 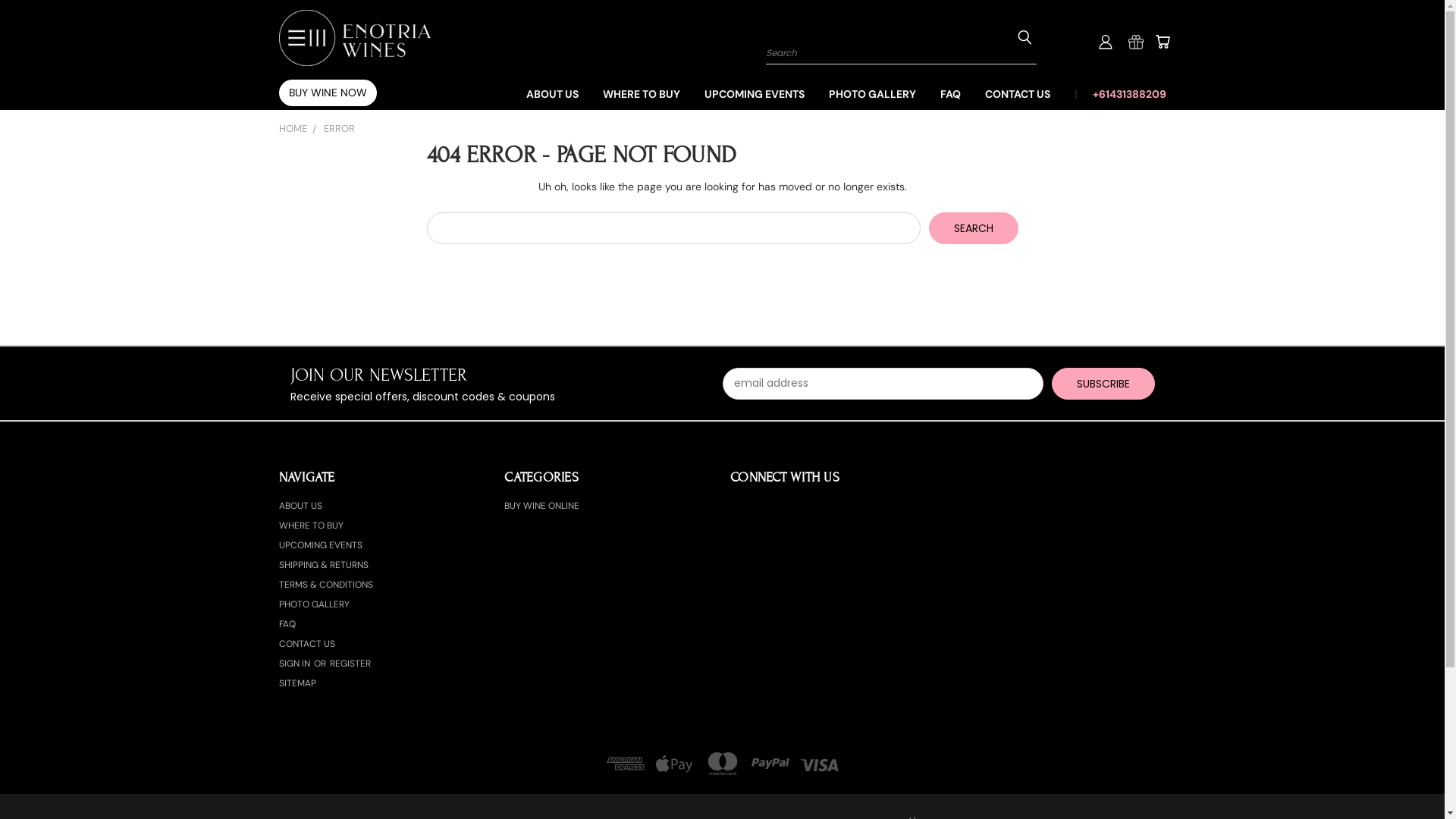 What do you see at coordinates (551, 93) in the screenshot?
I see `'ABOUT US'` at bounding box center [551, 93].